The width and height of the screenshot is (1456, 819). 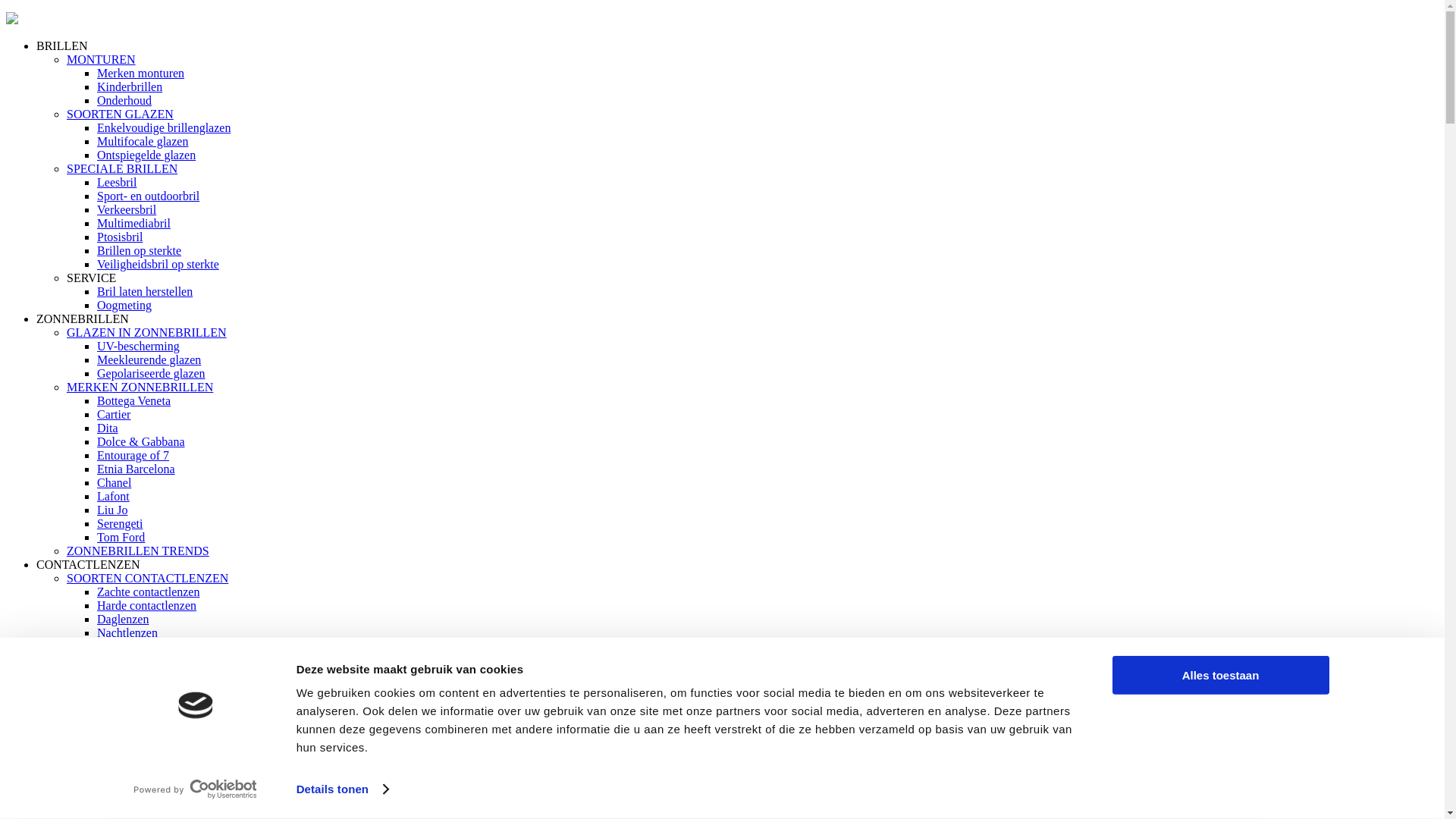 What do you see at coordinates (127, 209) in the screenshot?
I see `'Verkeersbril'` at bounding box center [127, 209].